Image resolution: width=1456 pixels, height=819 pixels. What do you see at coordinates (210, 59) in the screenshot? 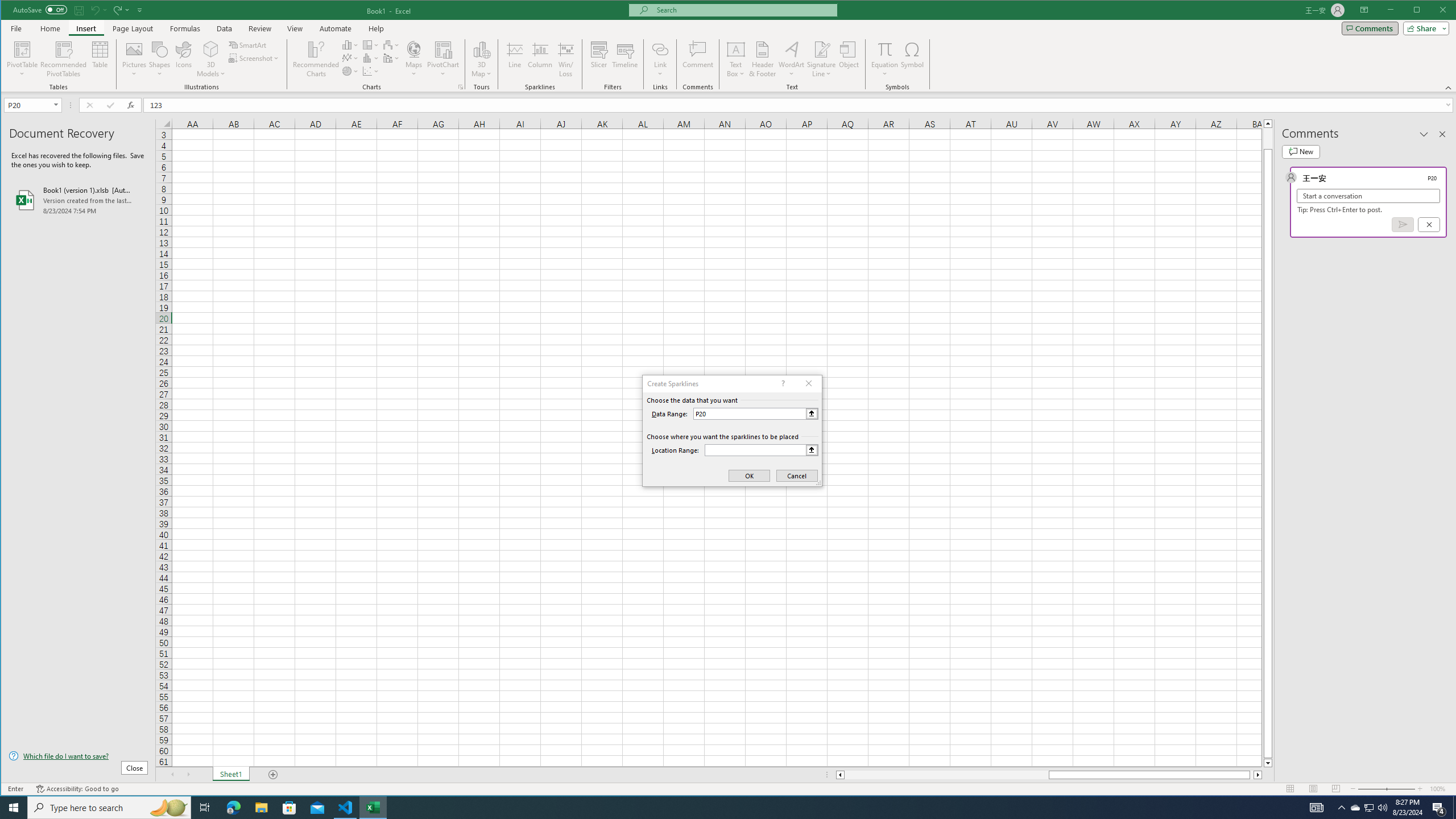
I see `'3D Models'` at bounding box center [210, 59].